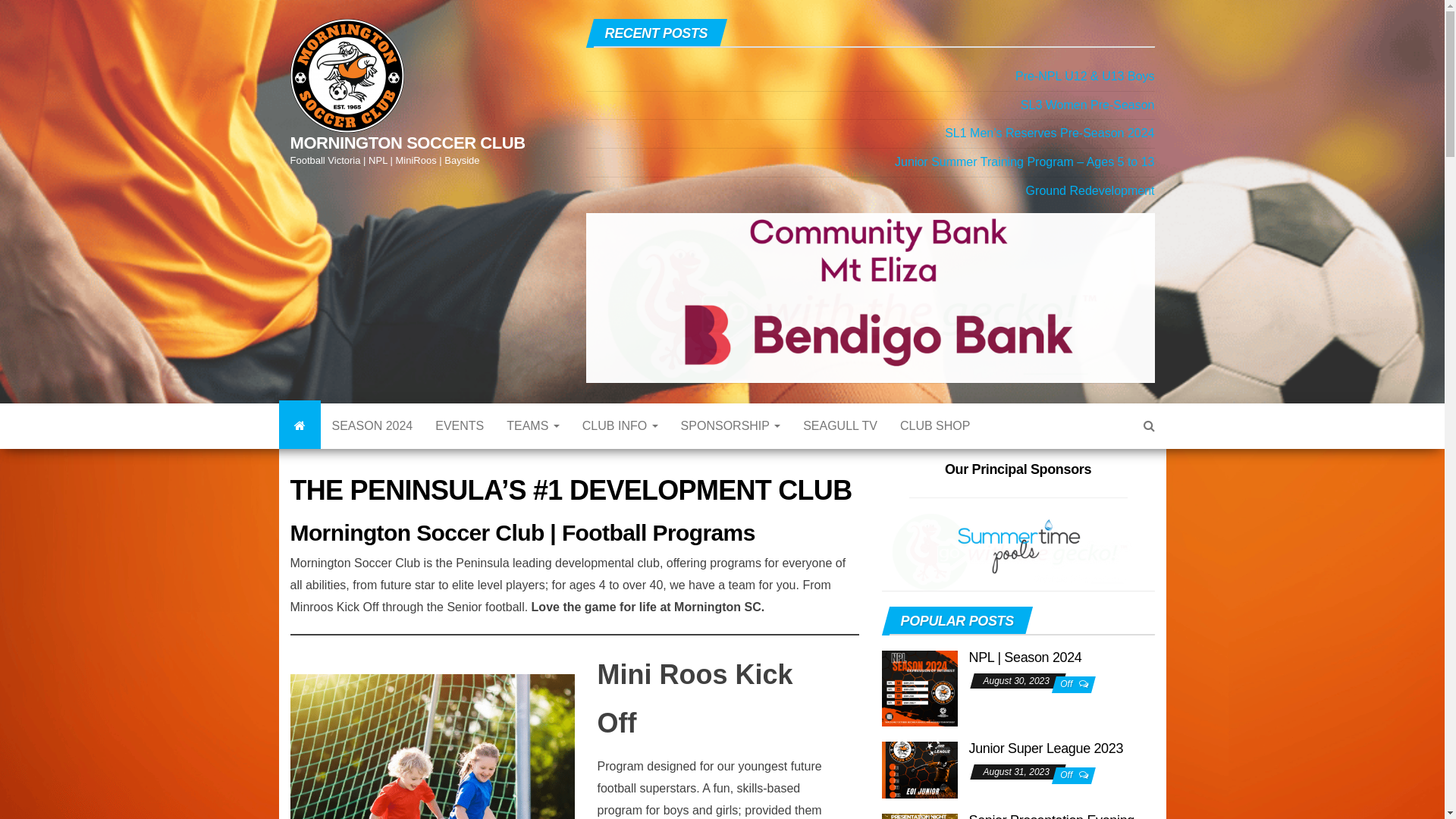 This screenshot has width=1456, height=819. Describe the element at coordinates (300, 447) in the screenshot. I see `'MORNINGTON SOCCER CLUB'` at that location.